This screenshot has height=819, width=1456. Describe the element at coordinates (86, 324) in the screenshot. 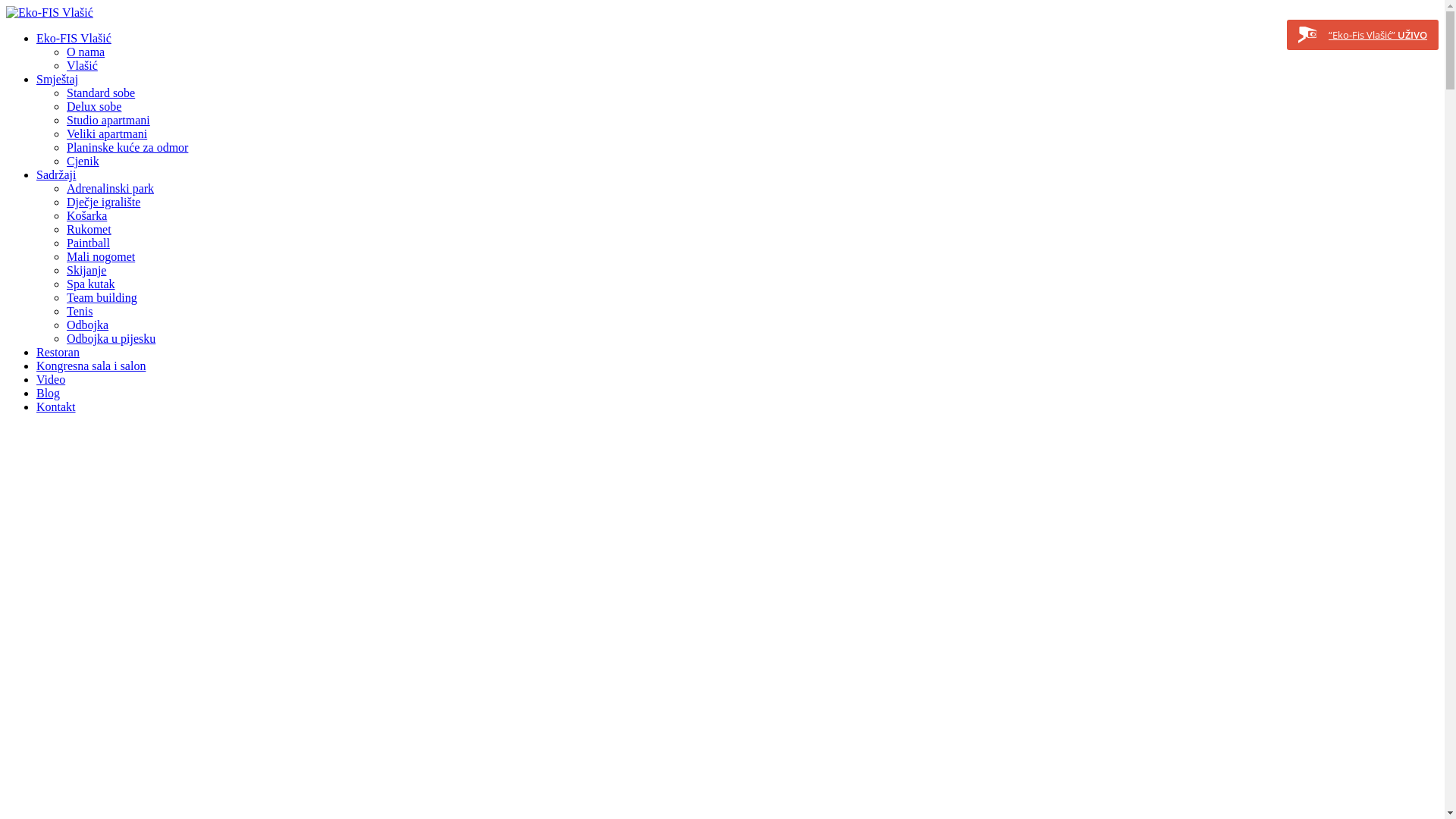

I see `'Odbojka'` at that location.